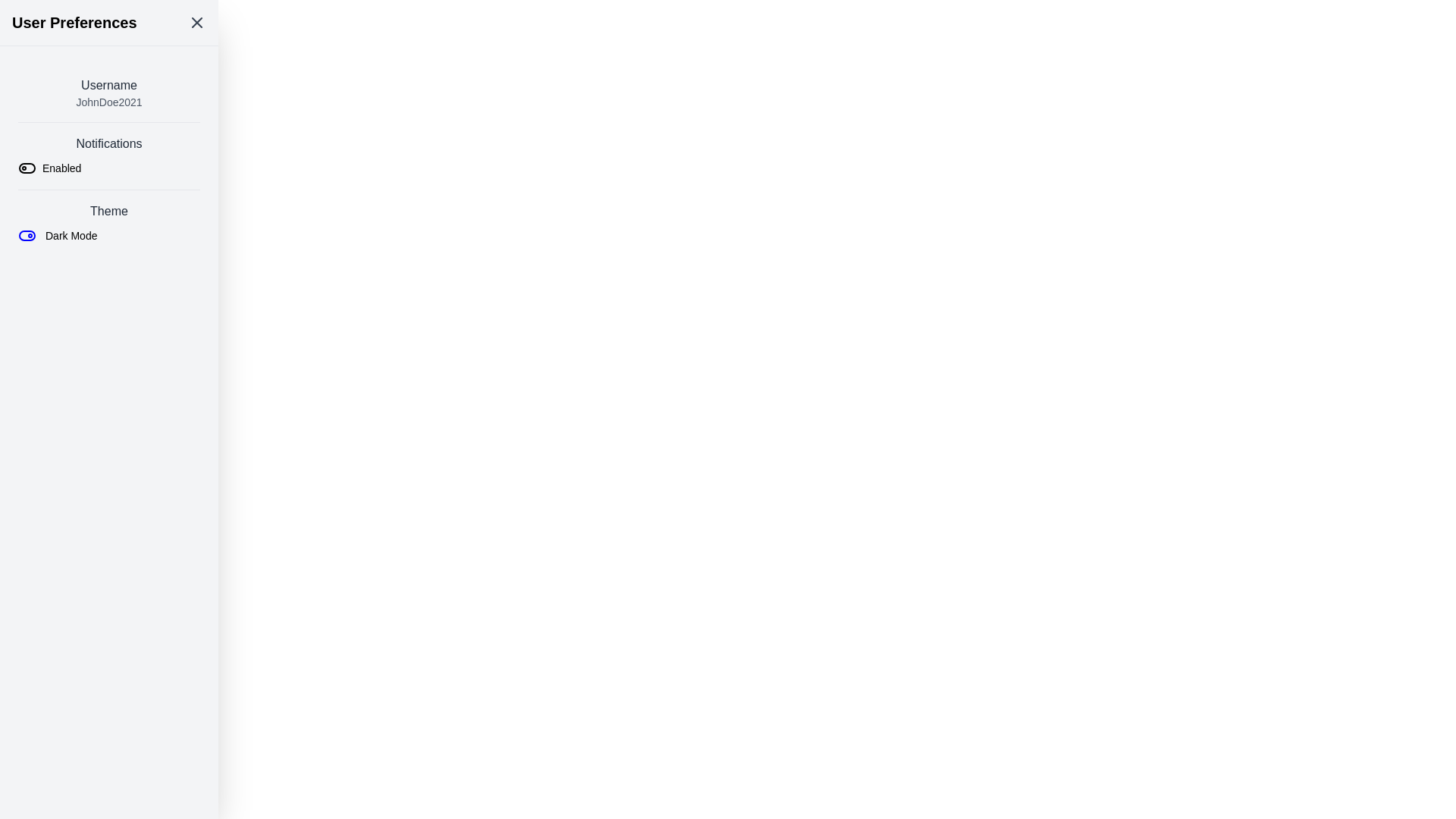 The image size is (1456, 819). Describe the element at coordinates (108, 93) in the screenshot. I see `the username identifier text block located at the top of the 'User Preferences' section` at that location.